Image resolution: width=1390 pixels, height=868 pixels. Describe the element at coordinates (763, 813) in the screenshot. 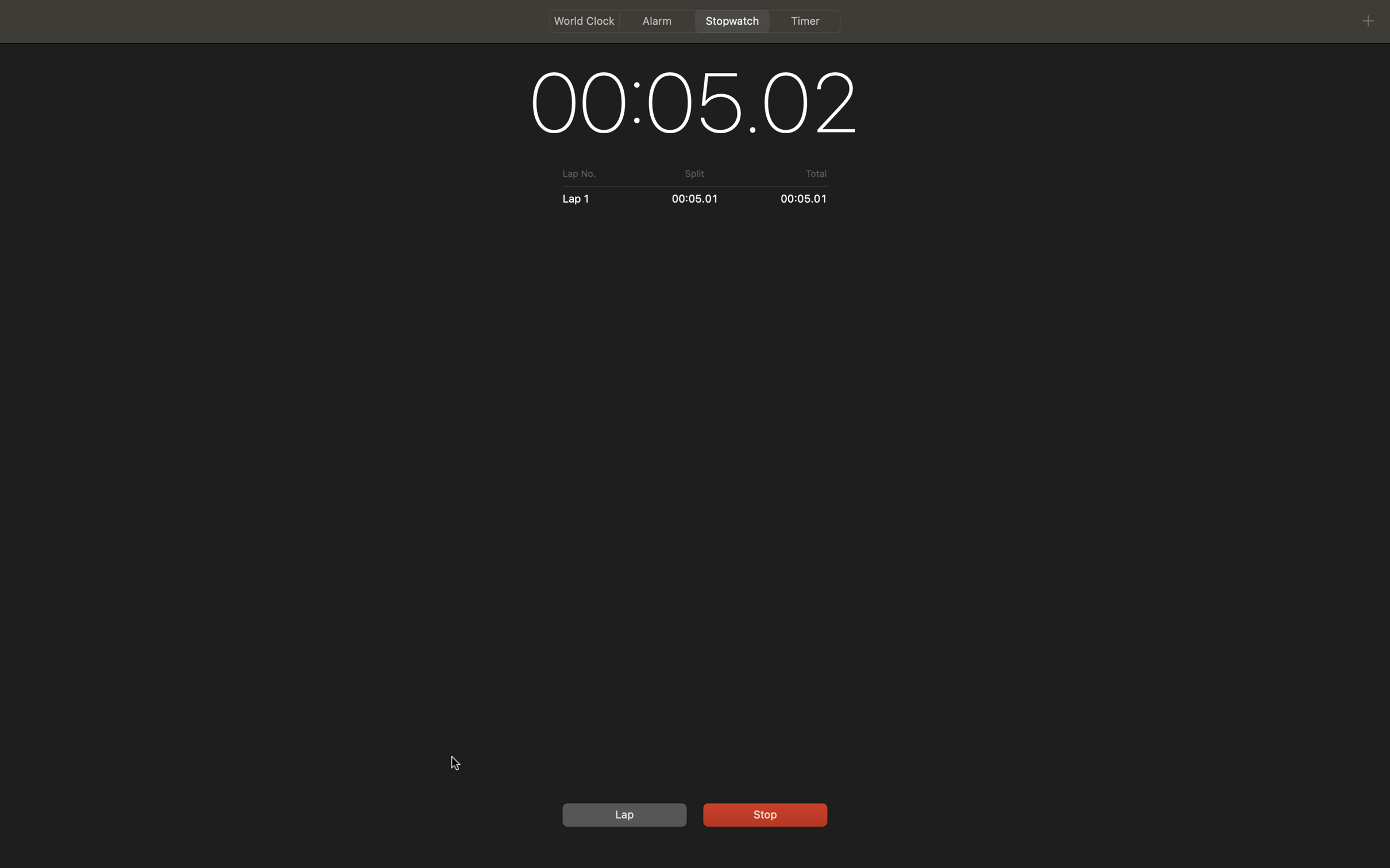

I see `Proceed with the stopwatch and subsequently mark a lap` at that location.